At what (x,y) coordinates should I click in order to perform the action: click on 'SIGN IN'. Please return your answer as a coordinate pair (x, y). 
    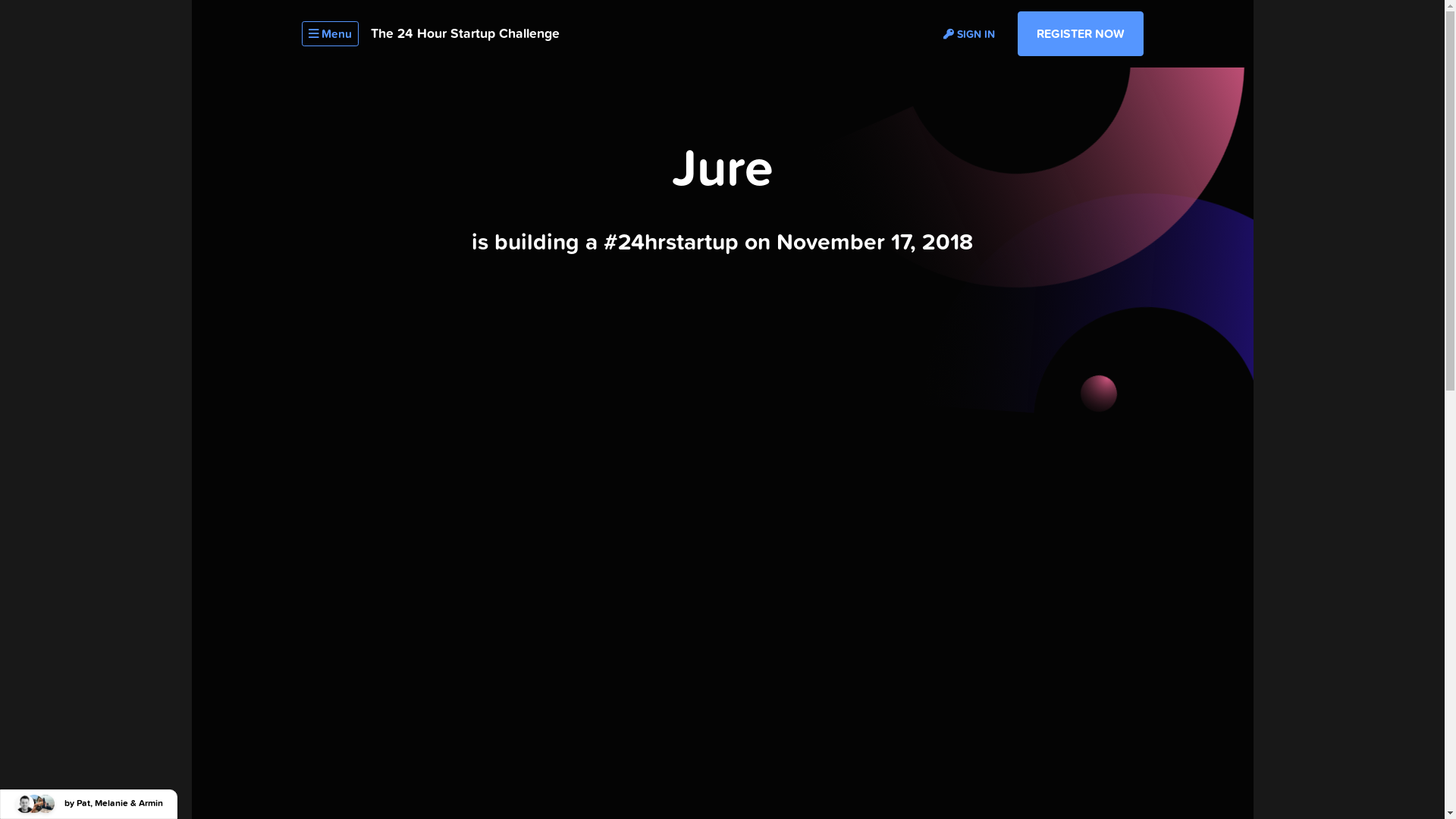
    Looking at the image, I should click on (968, 33).